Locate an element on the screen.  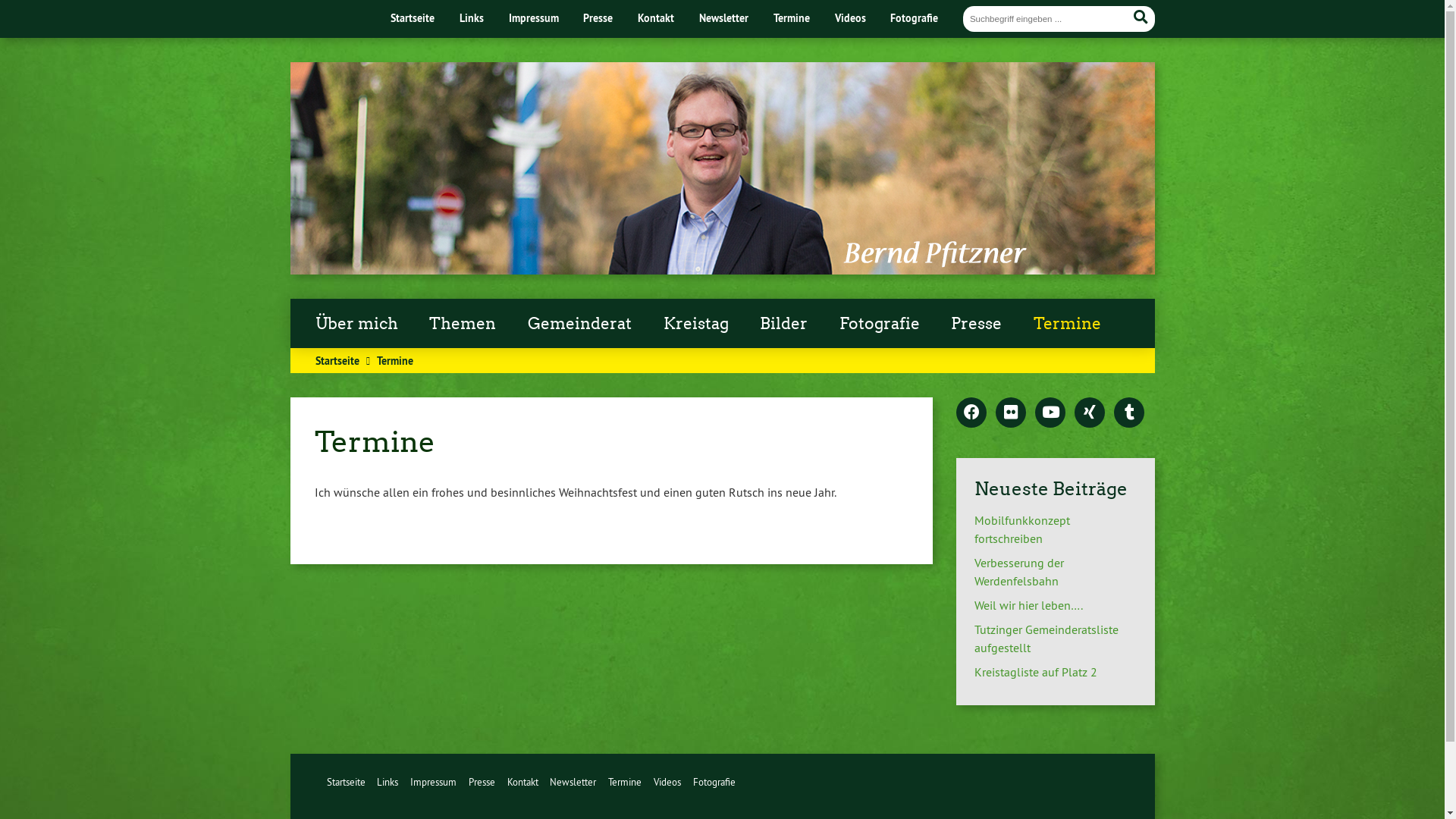
'Tumblr' is located at coordinates (1113, 413).